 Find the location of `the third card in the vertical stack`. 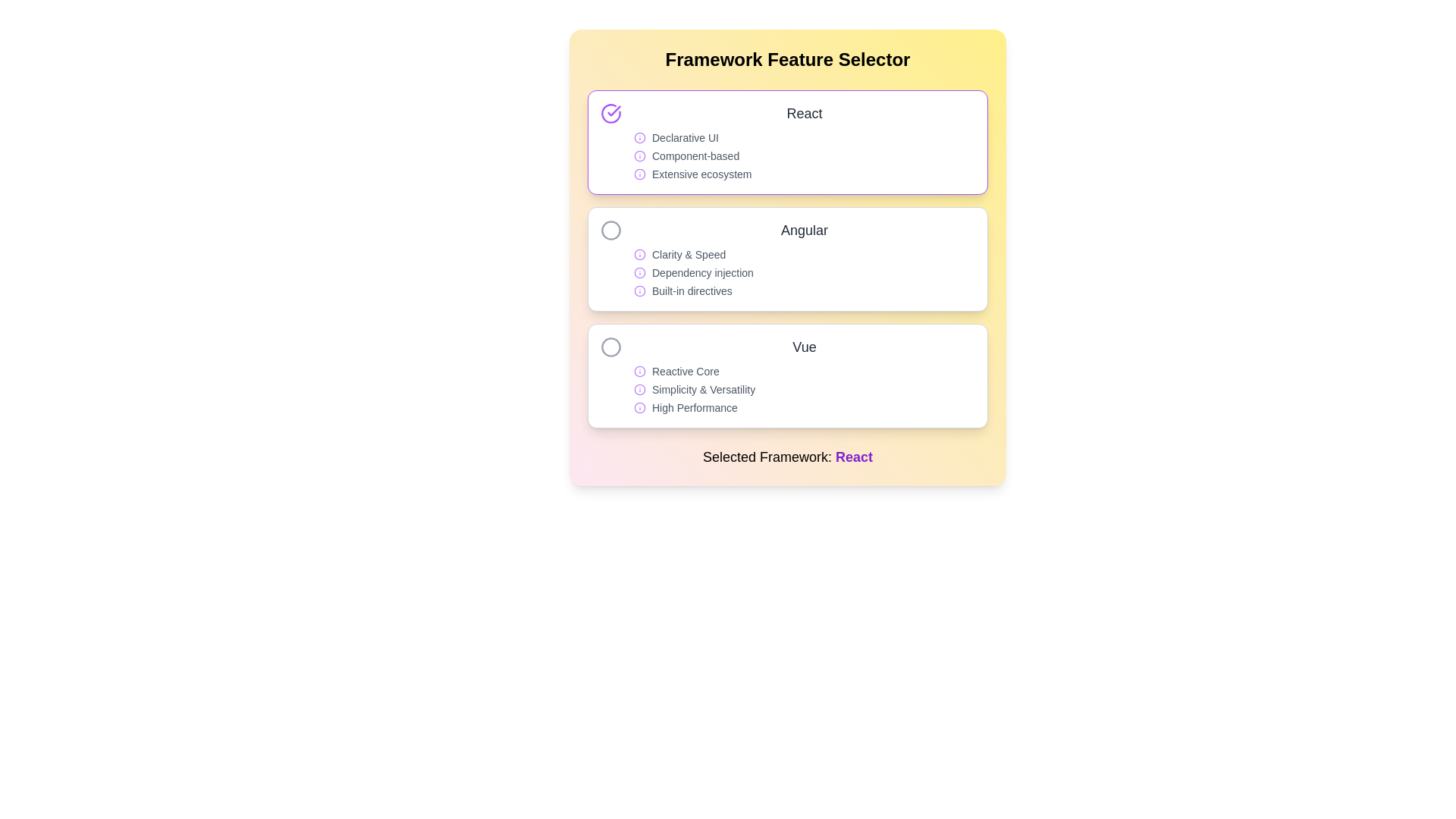

the third card in the vertical stack is located at coordinates (787, 375).